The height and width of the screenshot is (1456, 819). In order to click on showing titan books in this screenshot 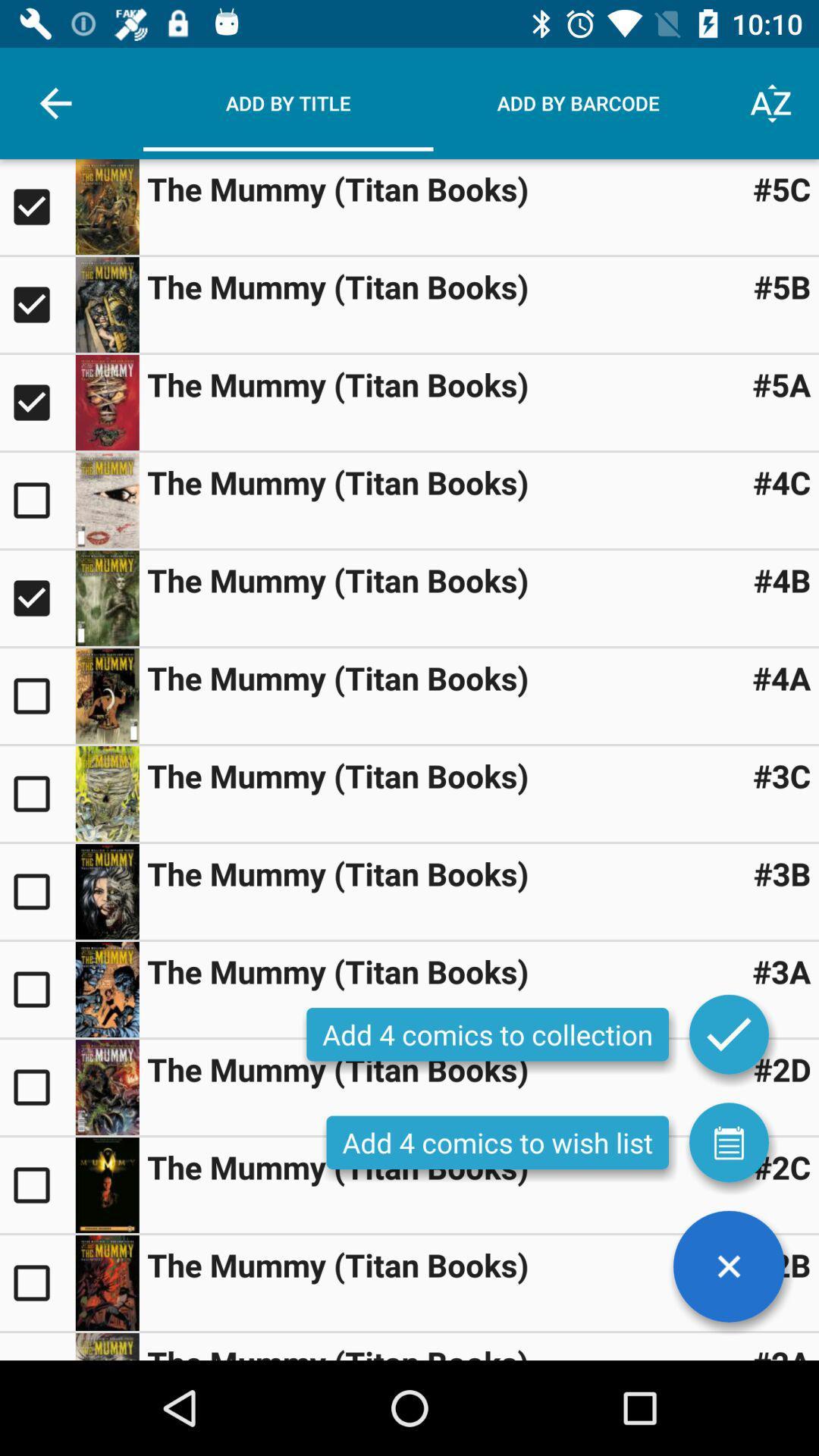, I will do `click(106, 990)`.